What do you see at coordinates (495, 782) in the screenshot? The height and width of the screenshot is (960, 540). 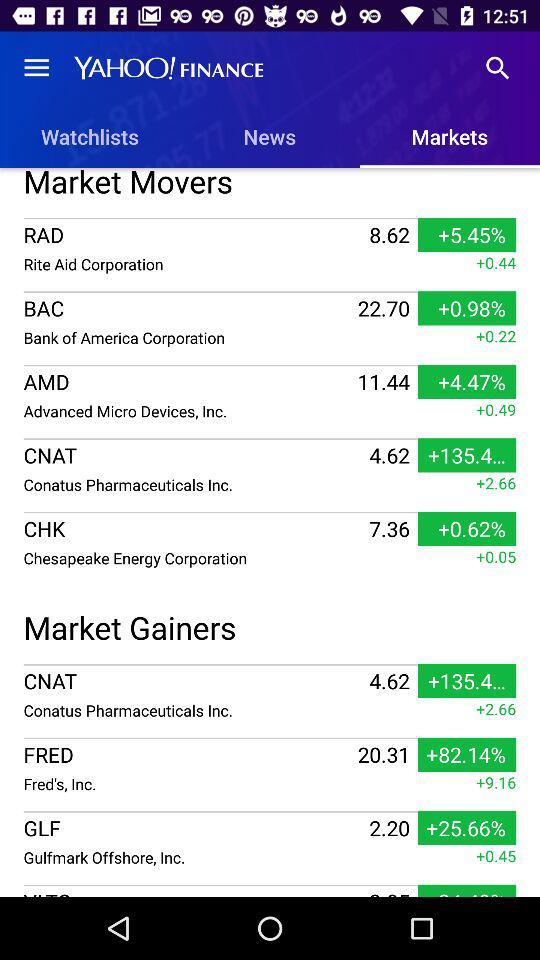 I see `item to the right of 20.31` at bounding box center [495, 782].